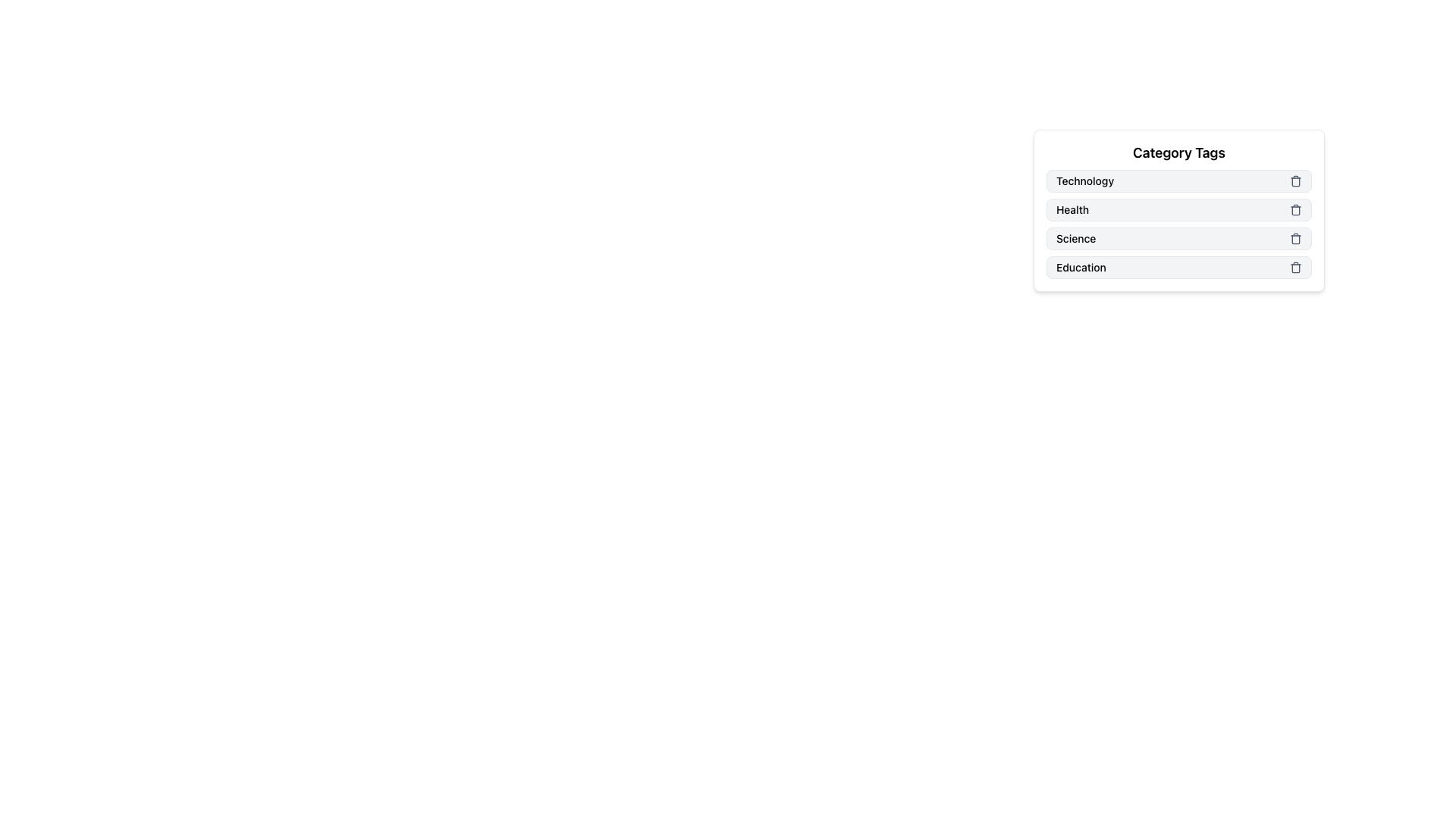 Image resolution: width=1456 pixels, height=819 pixels. What do you see at coordinates (1294, 239) in the screenshot?
I see `the trash can icon button, which is styled with a gray color and rounded corners, located on the right-hand side of the 'Science' row in the 'Category Tags' section` at bounding box center [1294, 239].